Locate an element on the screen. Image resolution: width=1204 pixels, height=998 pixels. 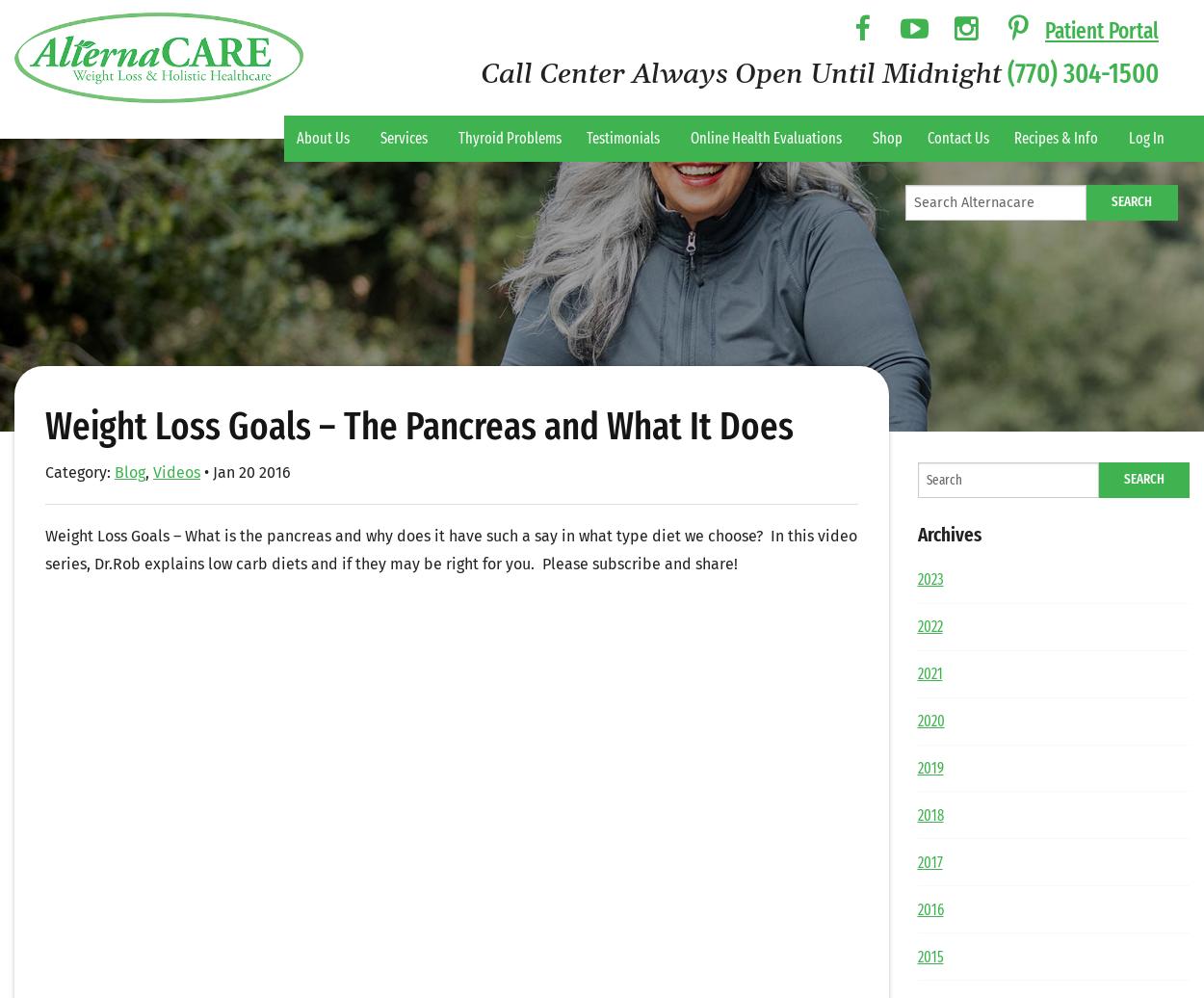
'2018' is located at coordinates (929, 814).